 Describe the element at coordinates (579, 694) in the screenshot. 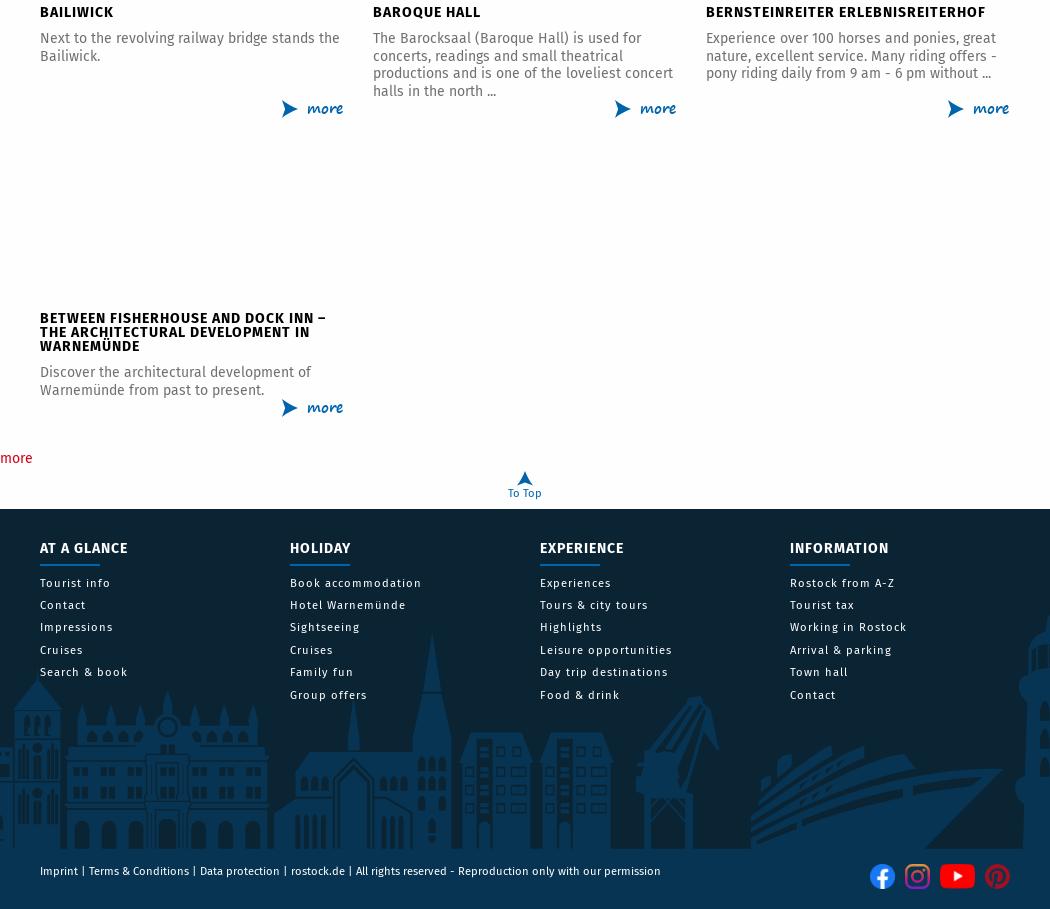

I see `'Food & drink'` at that location.